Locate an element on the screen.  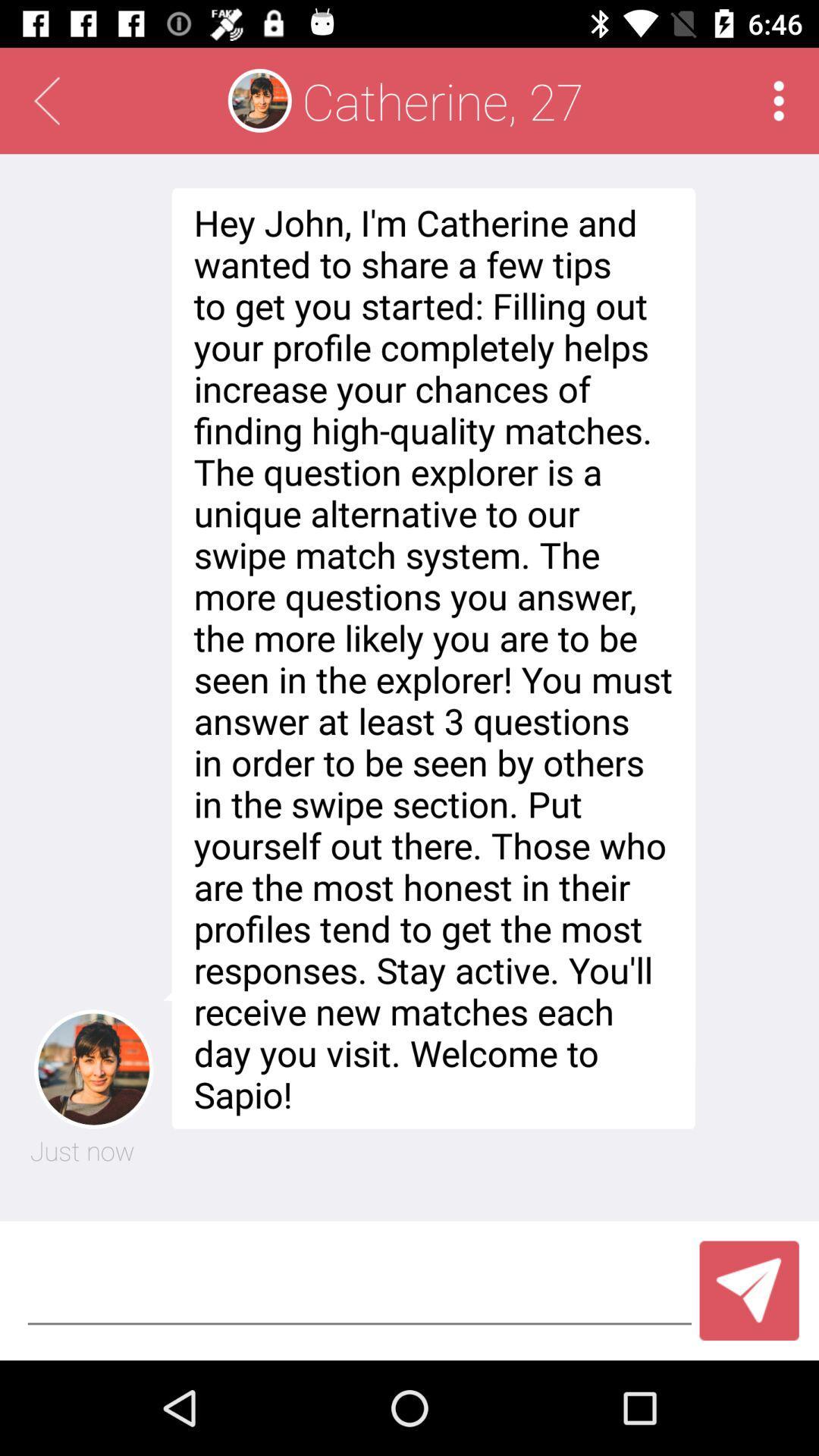
app below hey john i icon is located at coordinates (748, 1290).